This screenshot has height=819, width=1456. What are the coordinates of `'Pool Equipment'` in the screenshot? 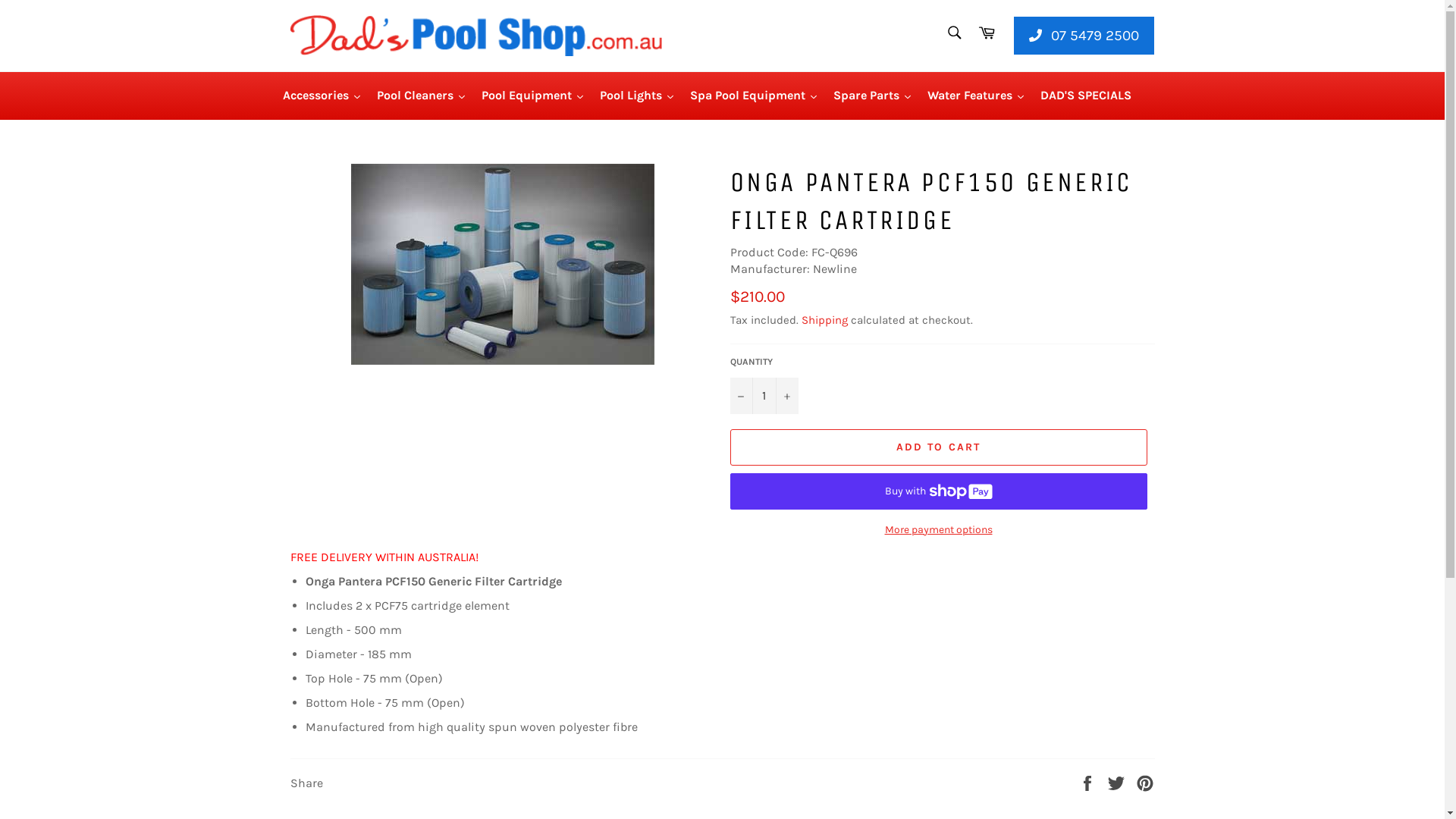 It's located at (472, 96).